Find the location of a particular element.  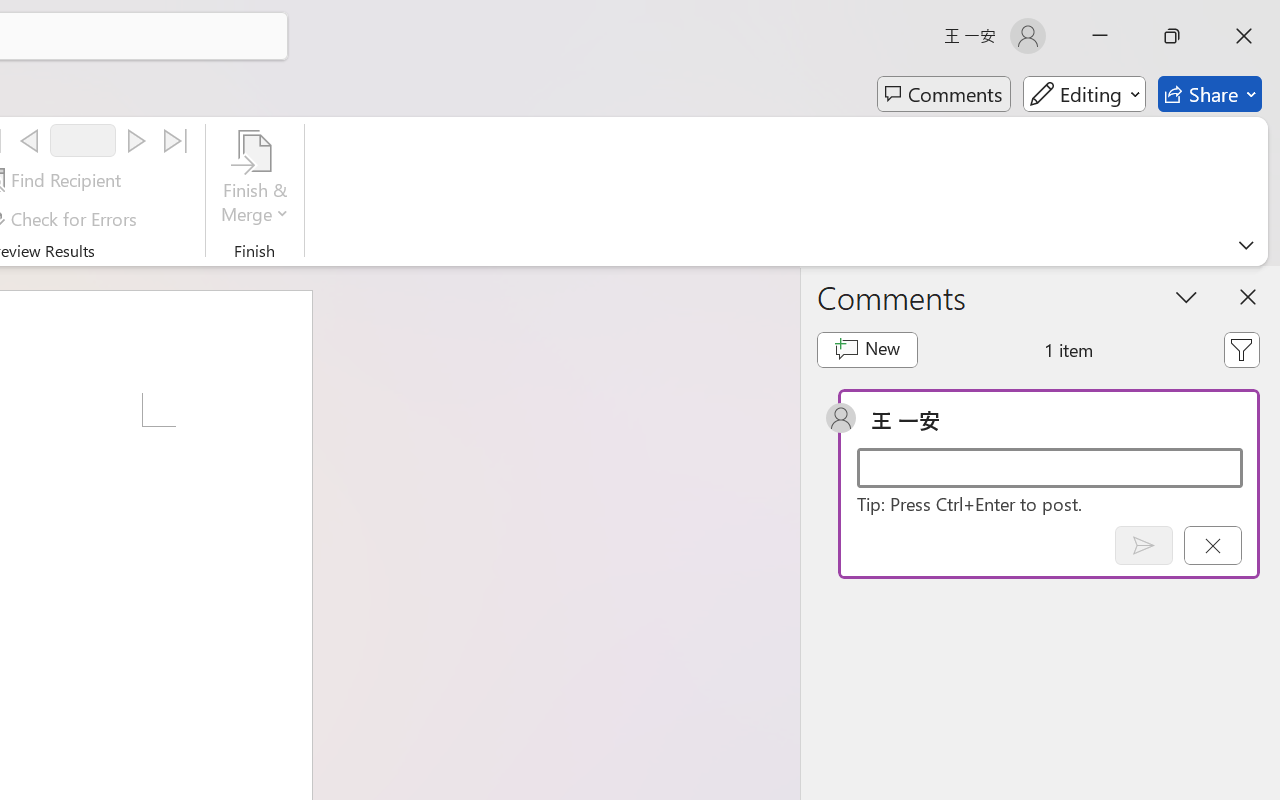

'Cancel' is located at coordinates (1211, 545).